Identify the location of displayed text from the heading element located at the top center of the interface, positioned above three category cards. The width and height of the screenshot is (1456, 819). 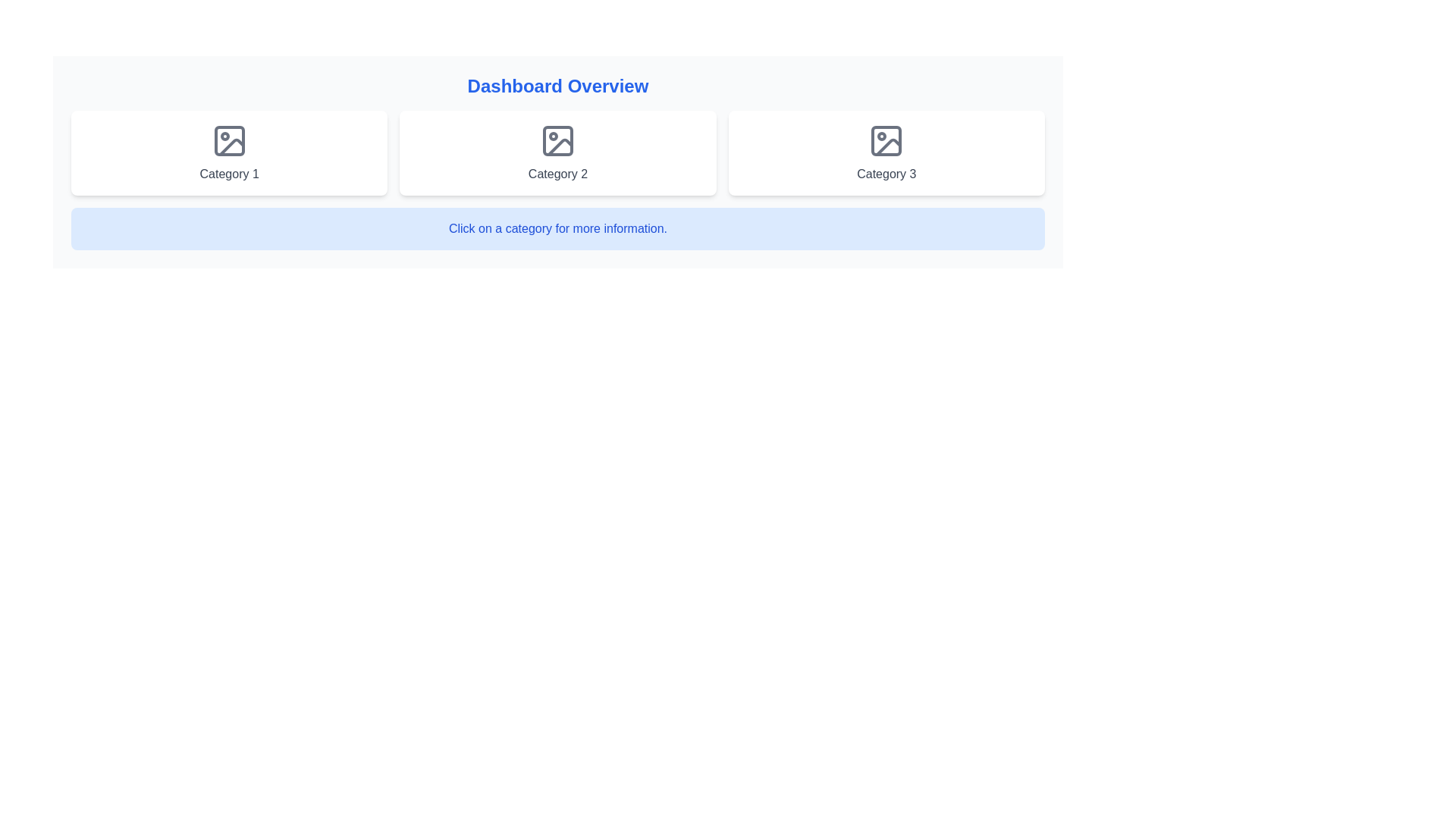
(557, 86).